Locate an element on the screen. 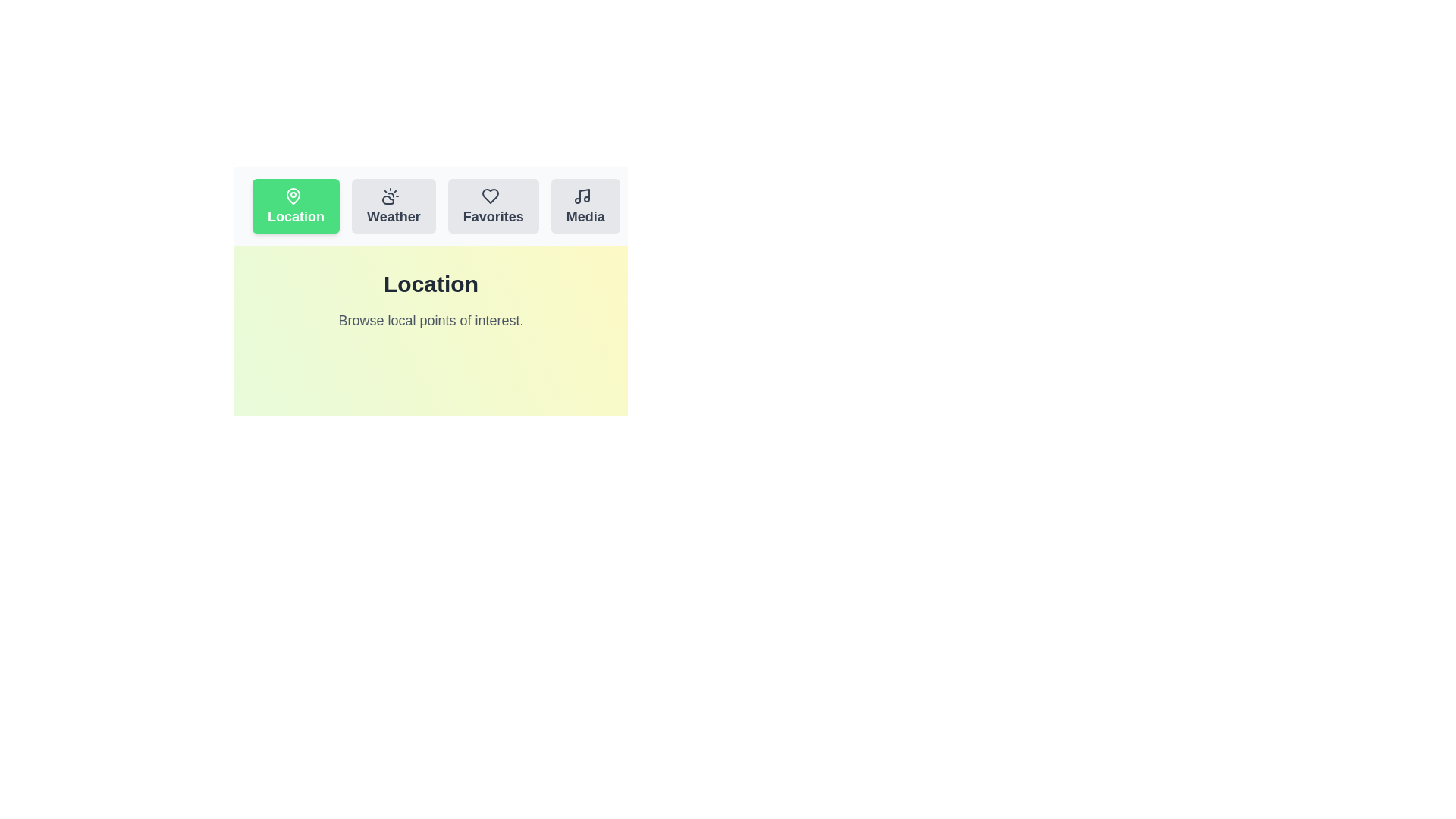 The height and width of the screenshot is (819, 1456). the tab labeled Favorites is located at coordinates (493, 206).